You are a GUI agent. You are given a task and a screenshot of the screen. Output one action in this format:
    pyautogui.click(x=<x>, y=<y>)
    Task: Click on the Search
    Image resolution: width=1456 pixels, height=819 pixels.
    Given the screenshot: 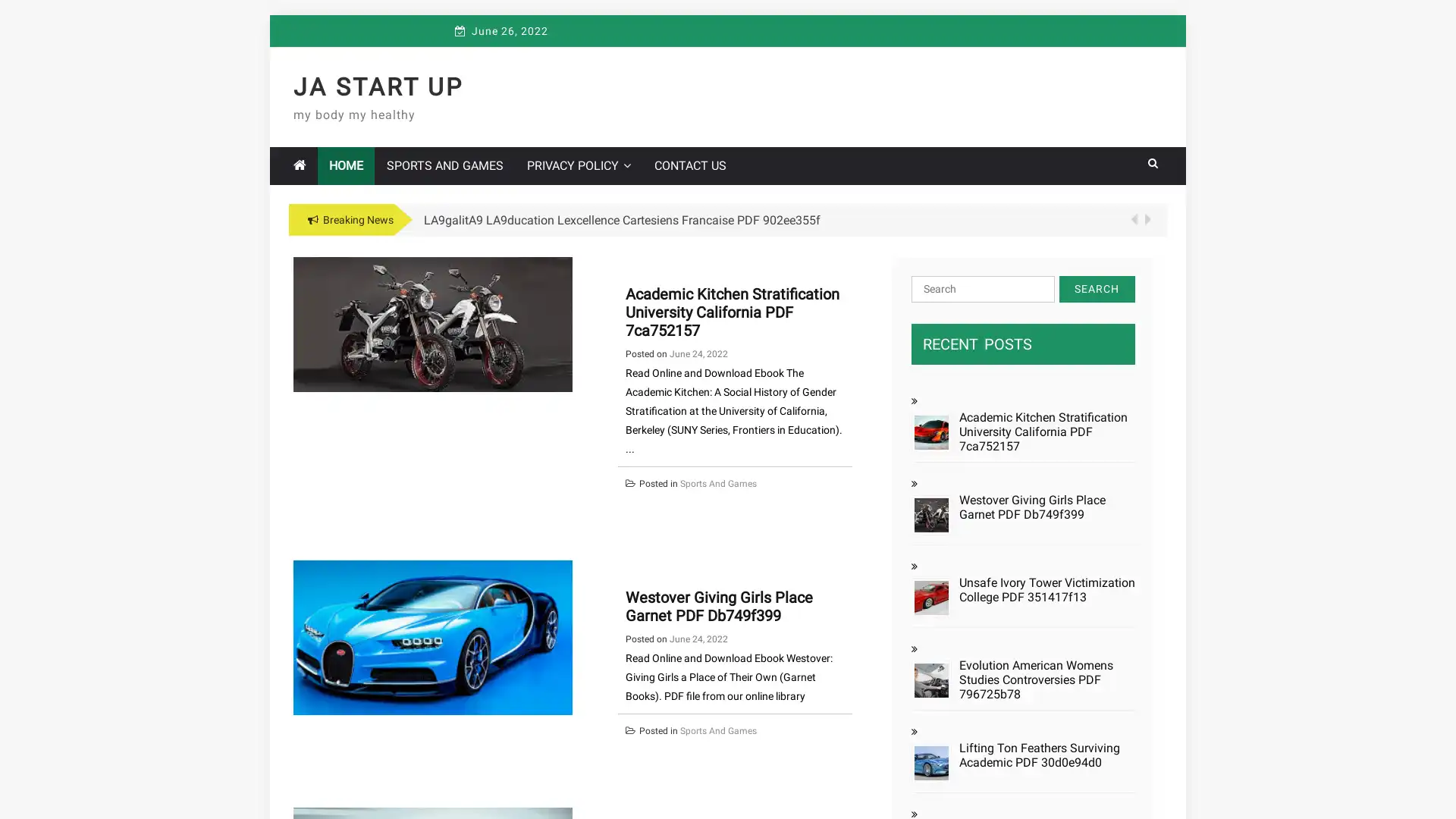 What is the action you would take?
    pyautogui.click(x=1096, y=288)
    